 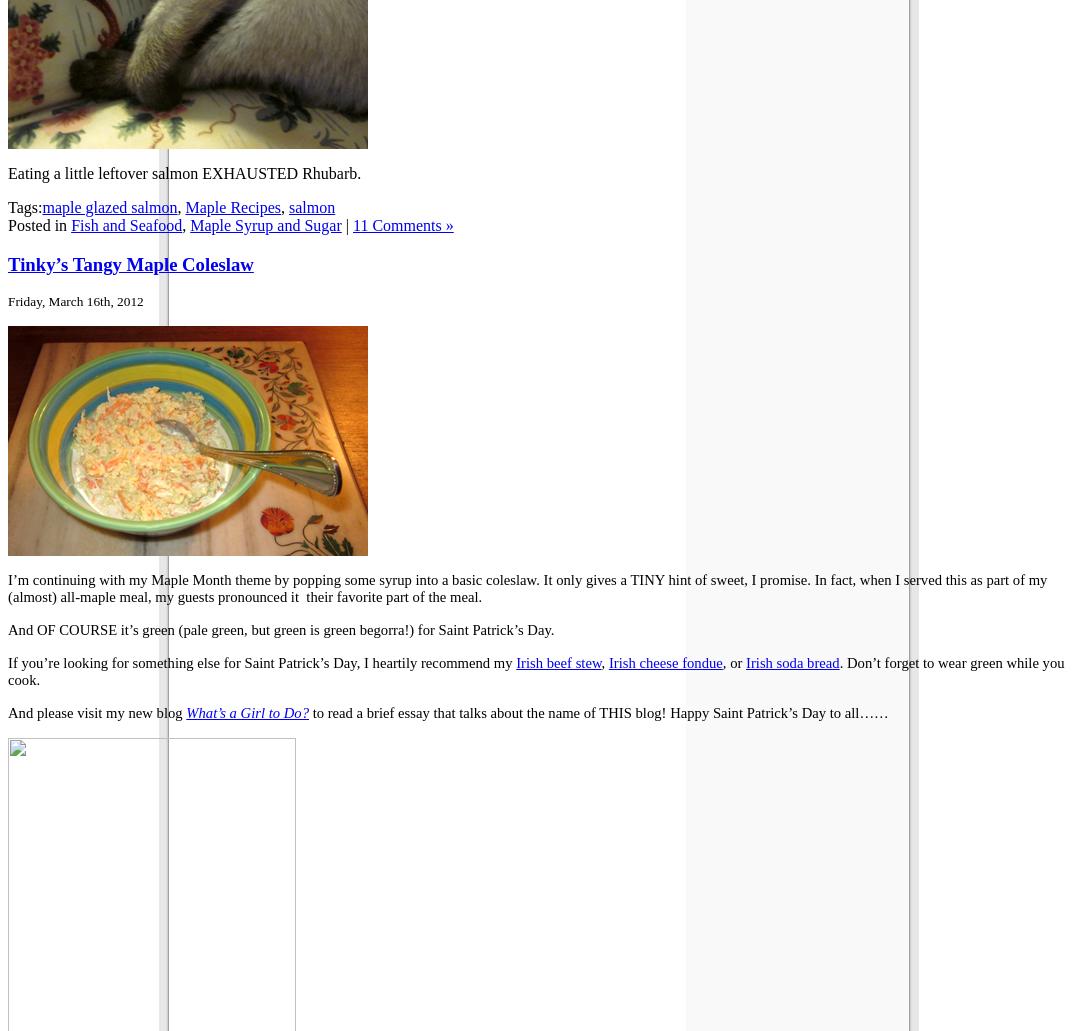 I want to click on 'I’m continuing with my Maple Month theme by popping some syrup into a basic coleslaw. It only gives a TINY hint of sweet, I promise. In fact, when I served this as part of my (almost) all-maple meal, my guests pronounced it  their favorite part of the meal.', so click(x=6, y=587).